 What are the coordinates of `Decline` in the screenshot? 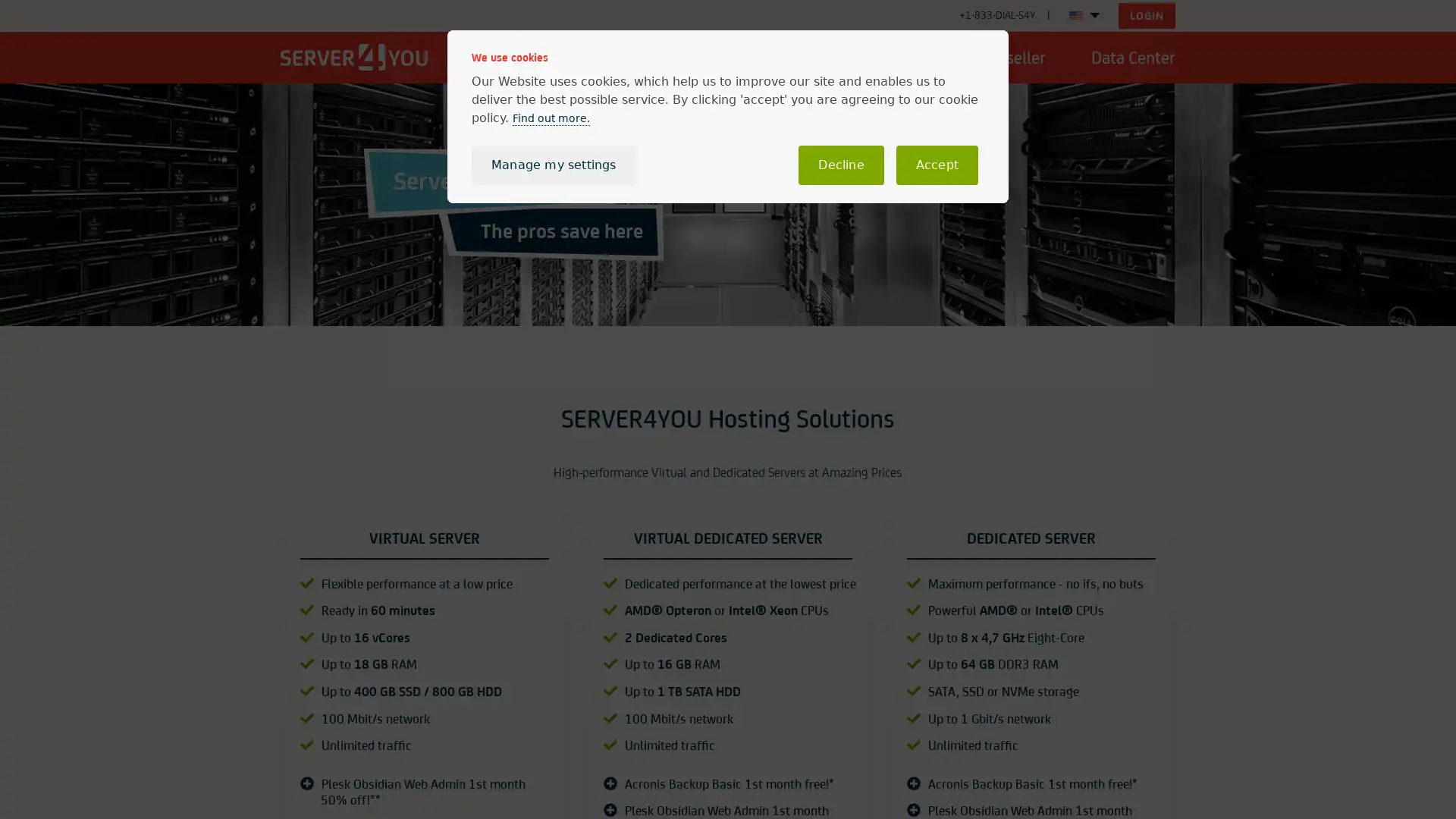 It's located at (839, 165).